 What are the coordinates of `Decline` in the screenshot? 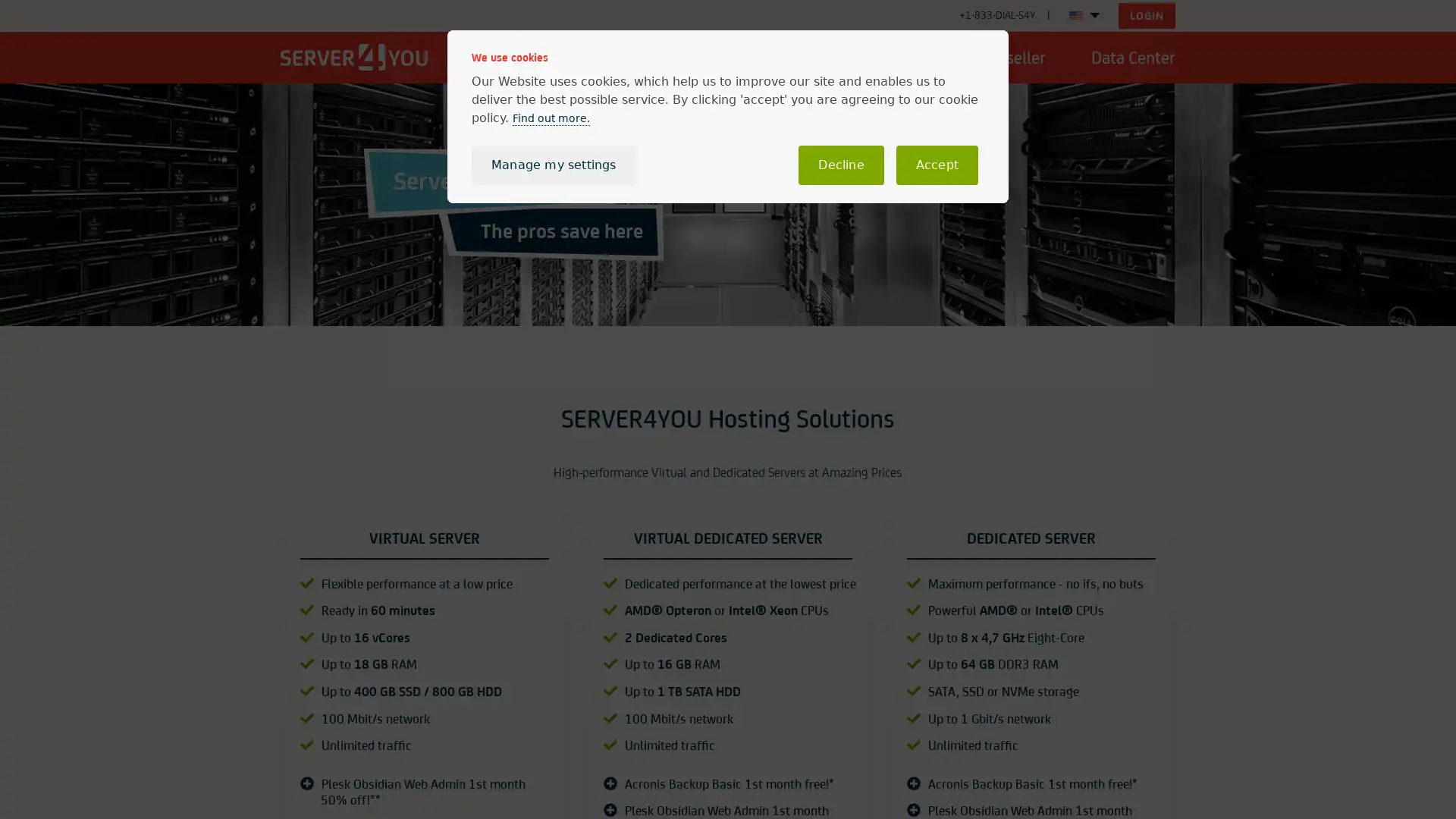 It's located at (839, 165).